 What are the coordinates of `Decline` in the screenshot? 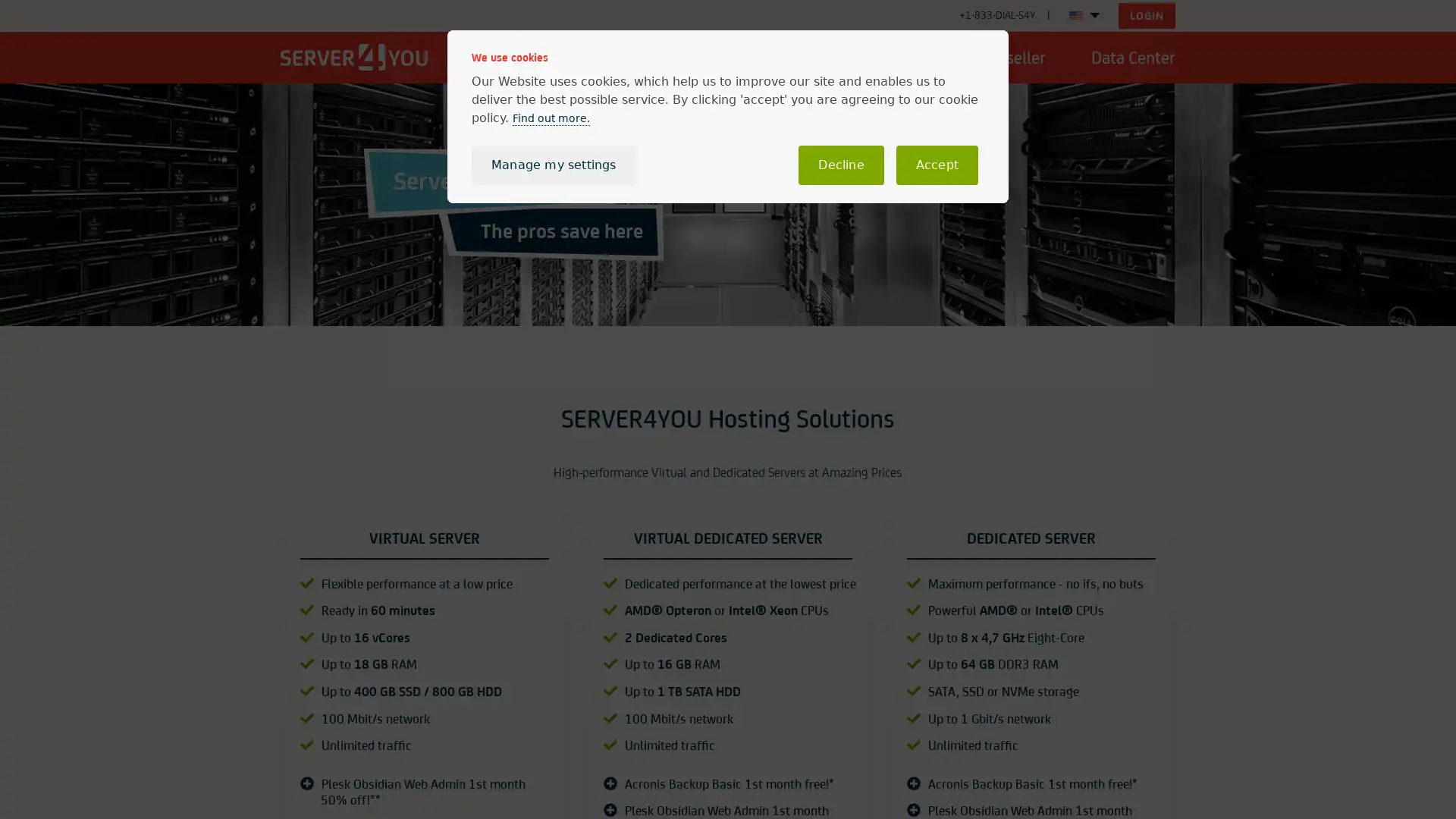 It's located at (839, 165).